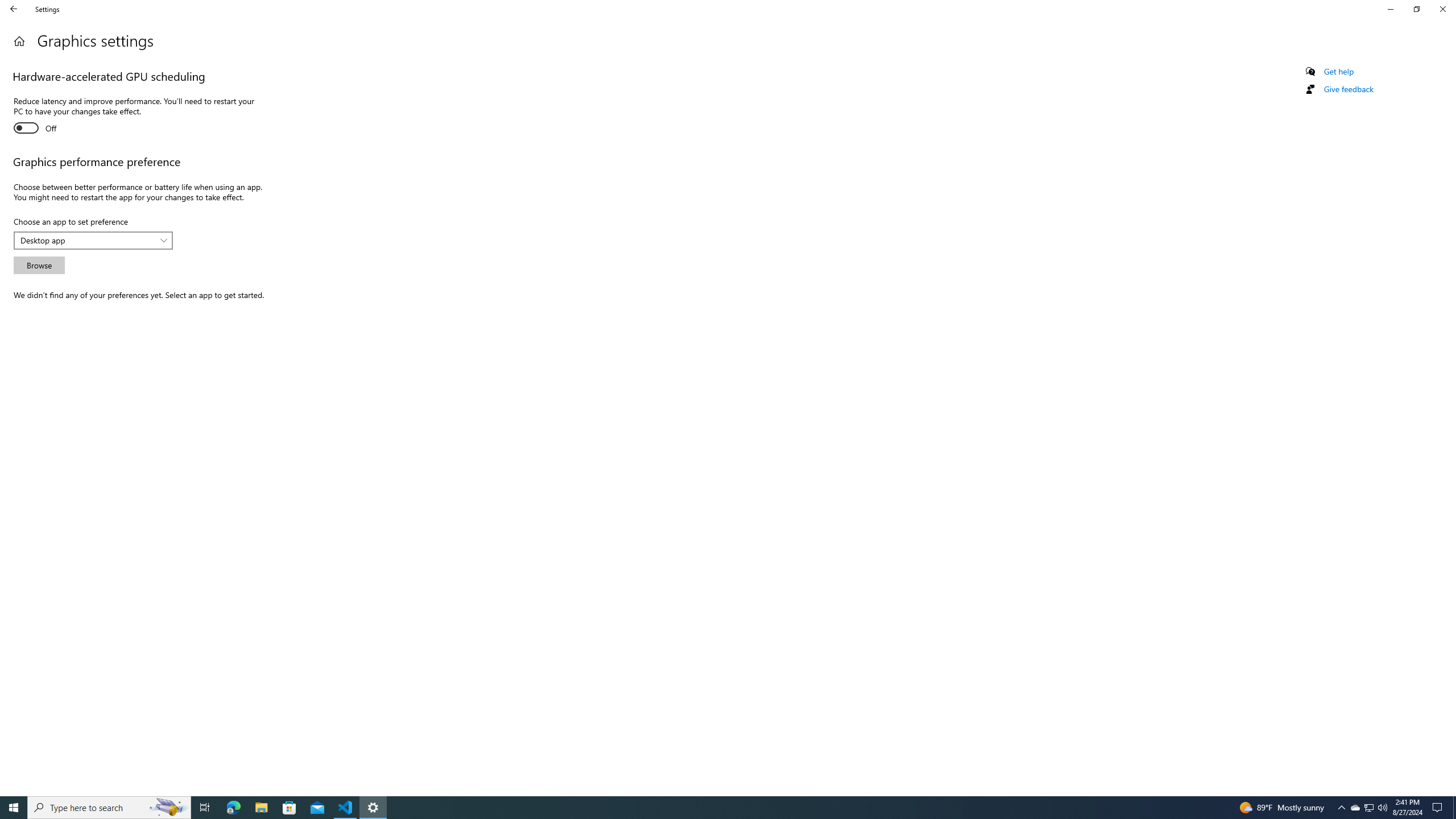 The image size is (1456, 819). What do you see at coordinates (345, 806) in the screenshot?
I see `'Visual Studio Code - 1 running window'` at bounding box center [345, 806].